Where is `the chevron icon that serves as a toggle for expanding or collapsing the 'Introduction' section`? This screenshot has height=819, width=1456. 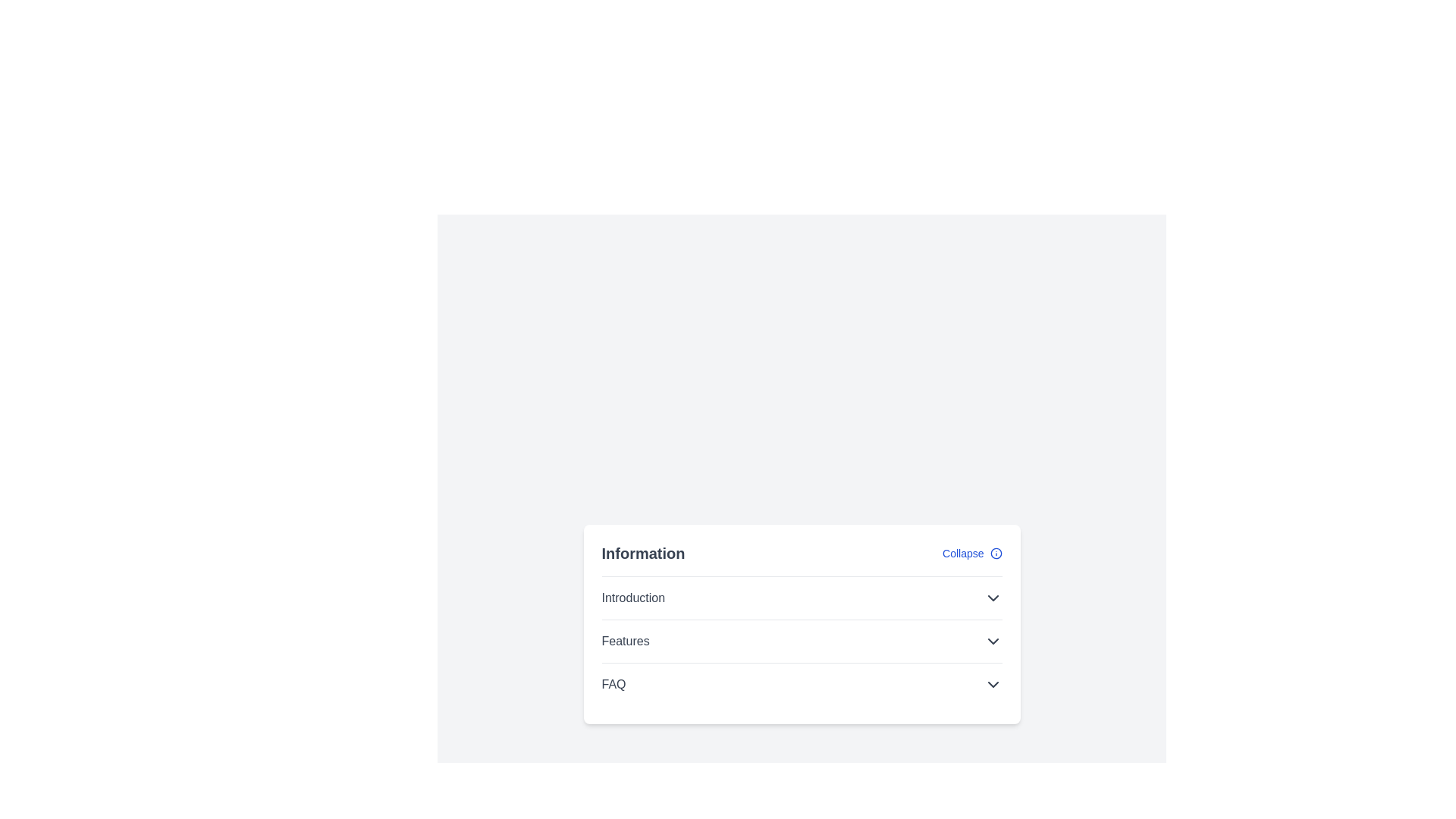 the chevron icon that serves as a toggle for expanding or collapsing the 'Introduction' section is located at coordinates (993, 597).